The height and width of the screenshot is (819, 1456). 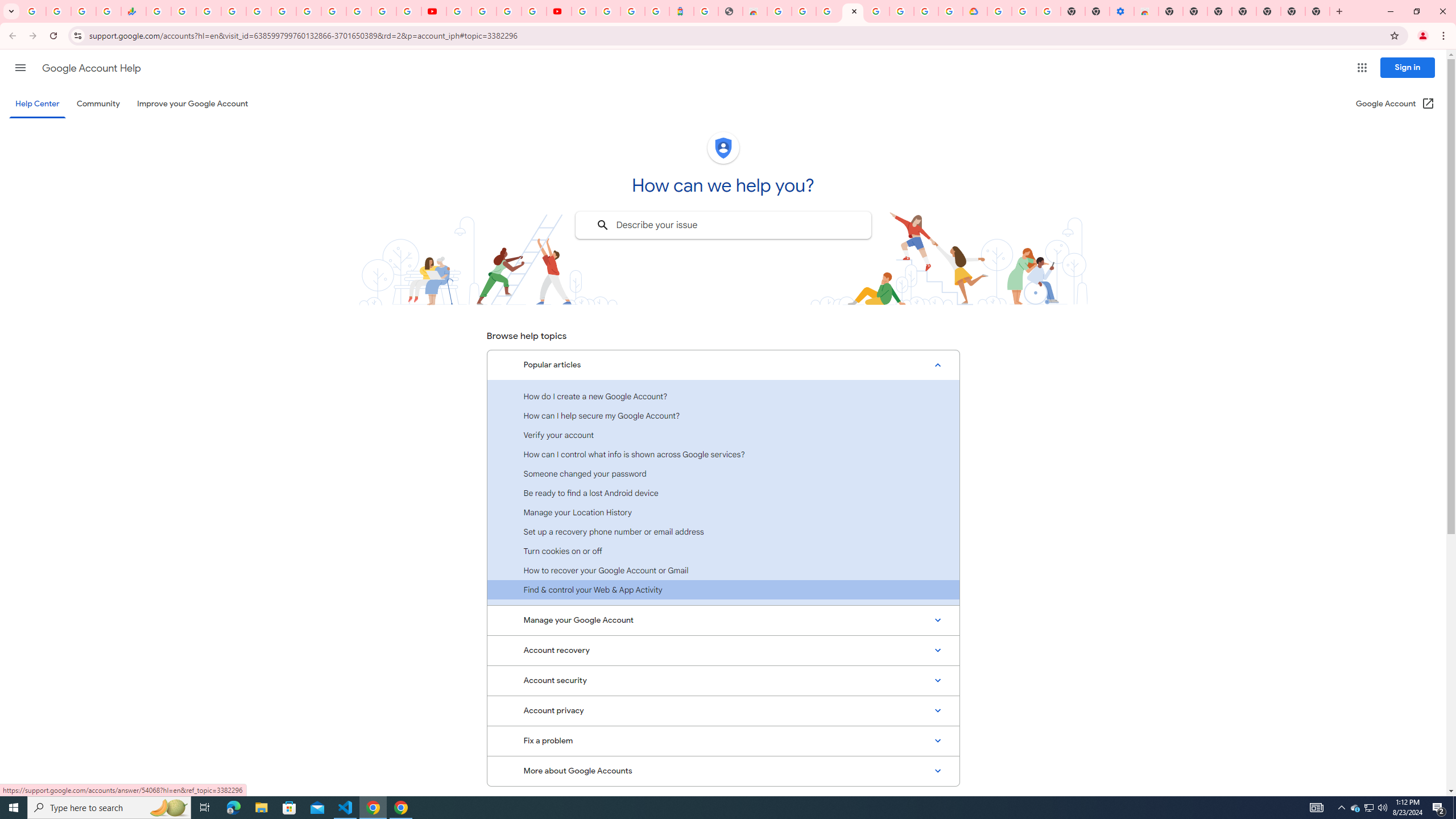 What do you see at coordinates (723, 492) in the screenshot?
I see `'Be ready to find a lost Android device'` at bounding box center [723, 492].